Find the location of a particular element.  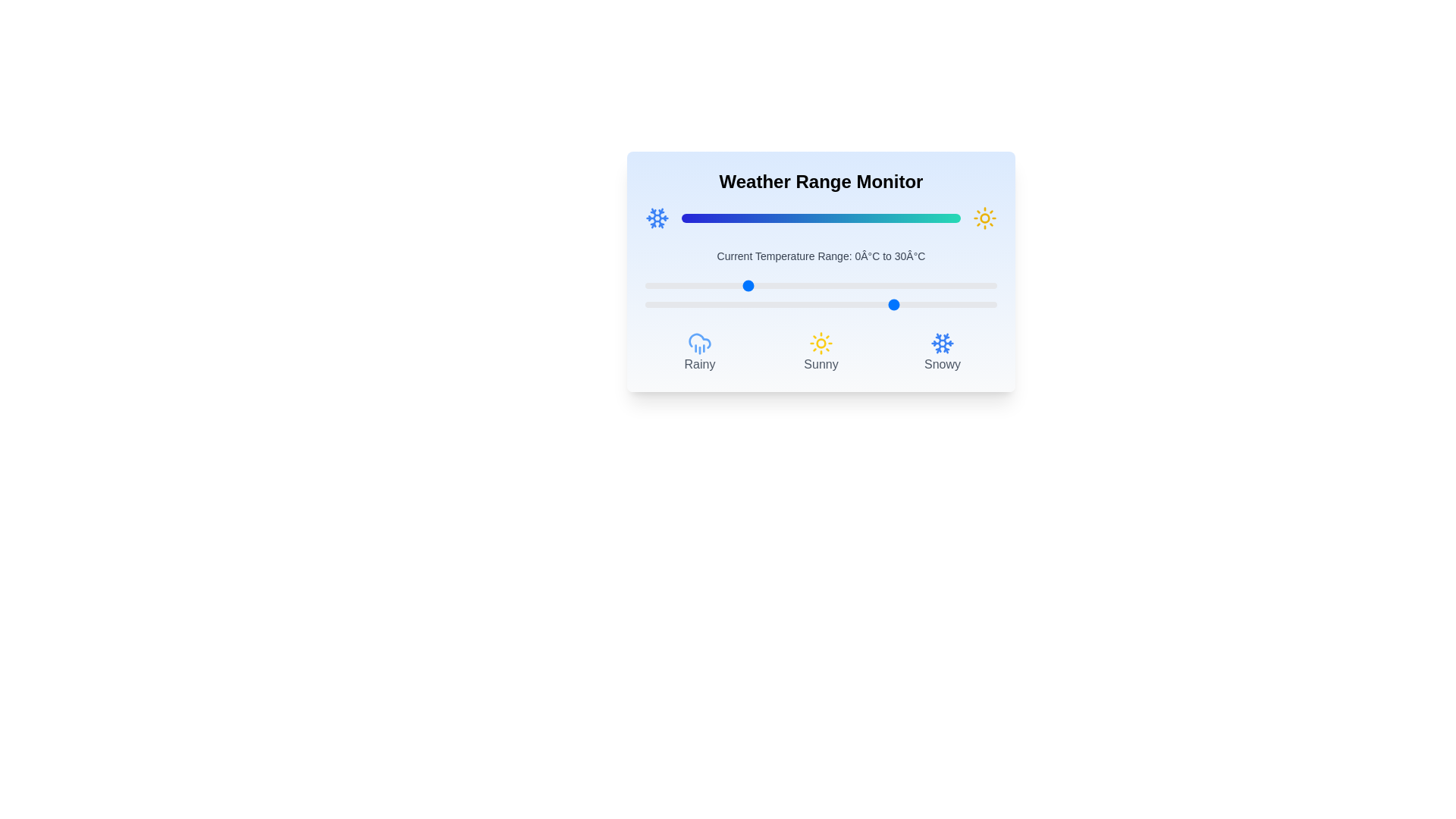

temperature is located at coordinates (891, 304).